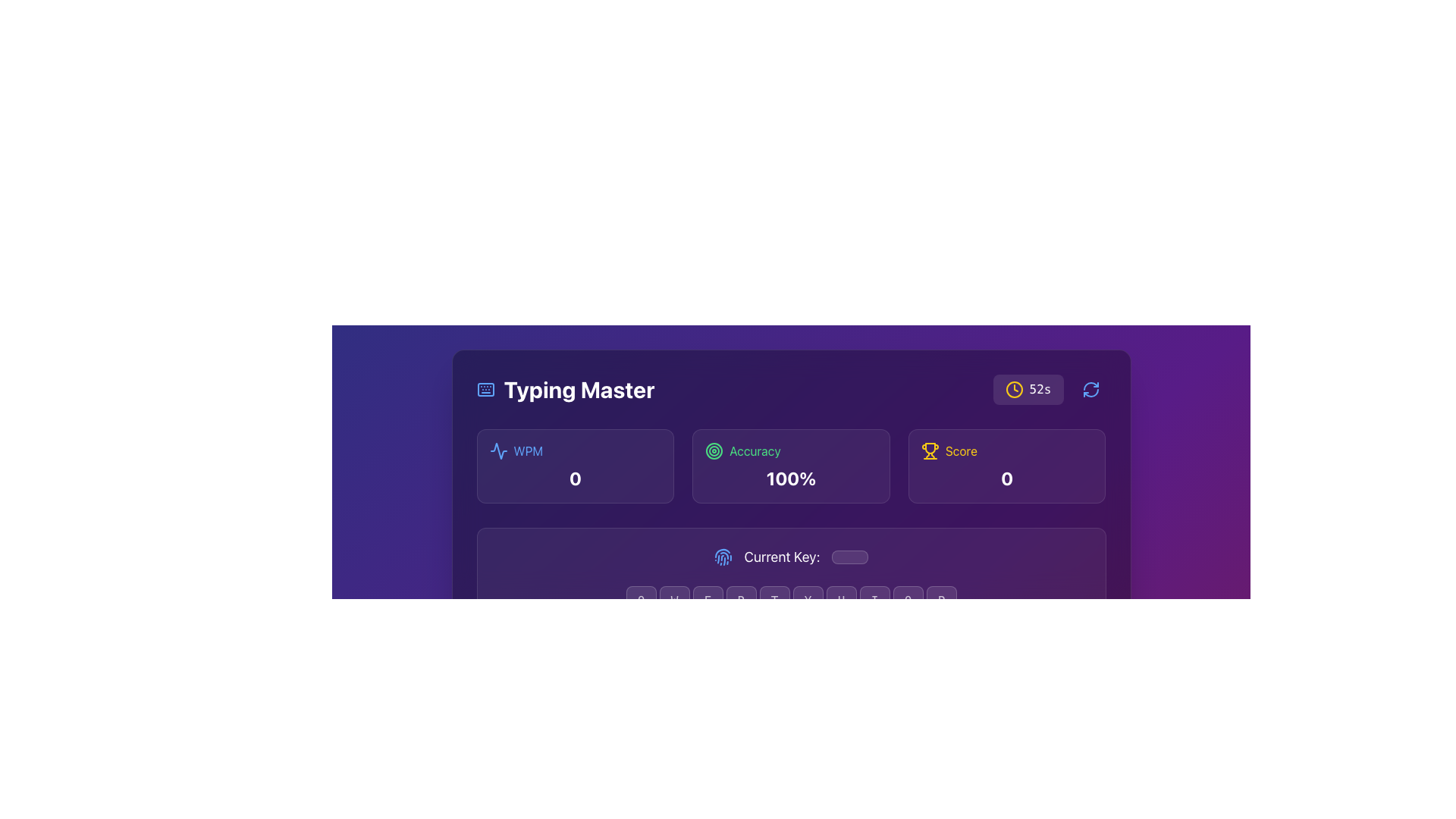 The height and width of the screenshot is (819, 1456). What do you see at coordinates (722, 557) in the screenshot?
I see `the fingerprint icon, which is styled in blue and located to the left of the text labeled 'Current Key:'` at bounding box center [722, 557].